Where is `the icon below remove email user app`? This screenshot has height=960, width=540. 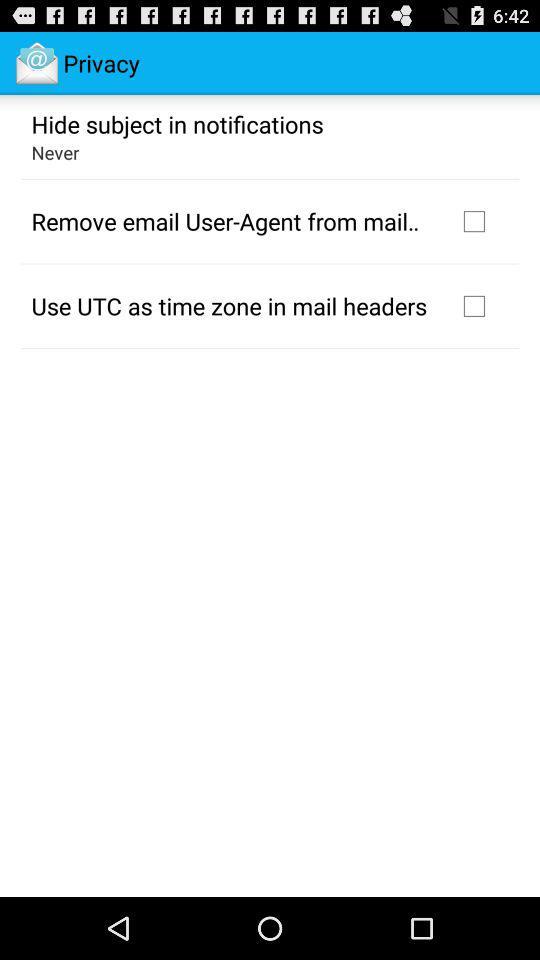
the icon below remove email user app is located at coordinates (228, 305).